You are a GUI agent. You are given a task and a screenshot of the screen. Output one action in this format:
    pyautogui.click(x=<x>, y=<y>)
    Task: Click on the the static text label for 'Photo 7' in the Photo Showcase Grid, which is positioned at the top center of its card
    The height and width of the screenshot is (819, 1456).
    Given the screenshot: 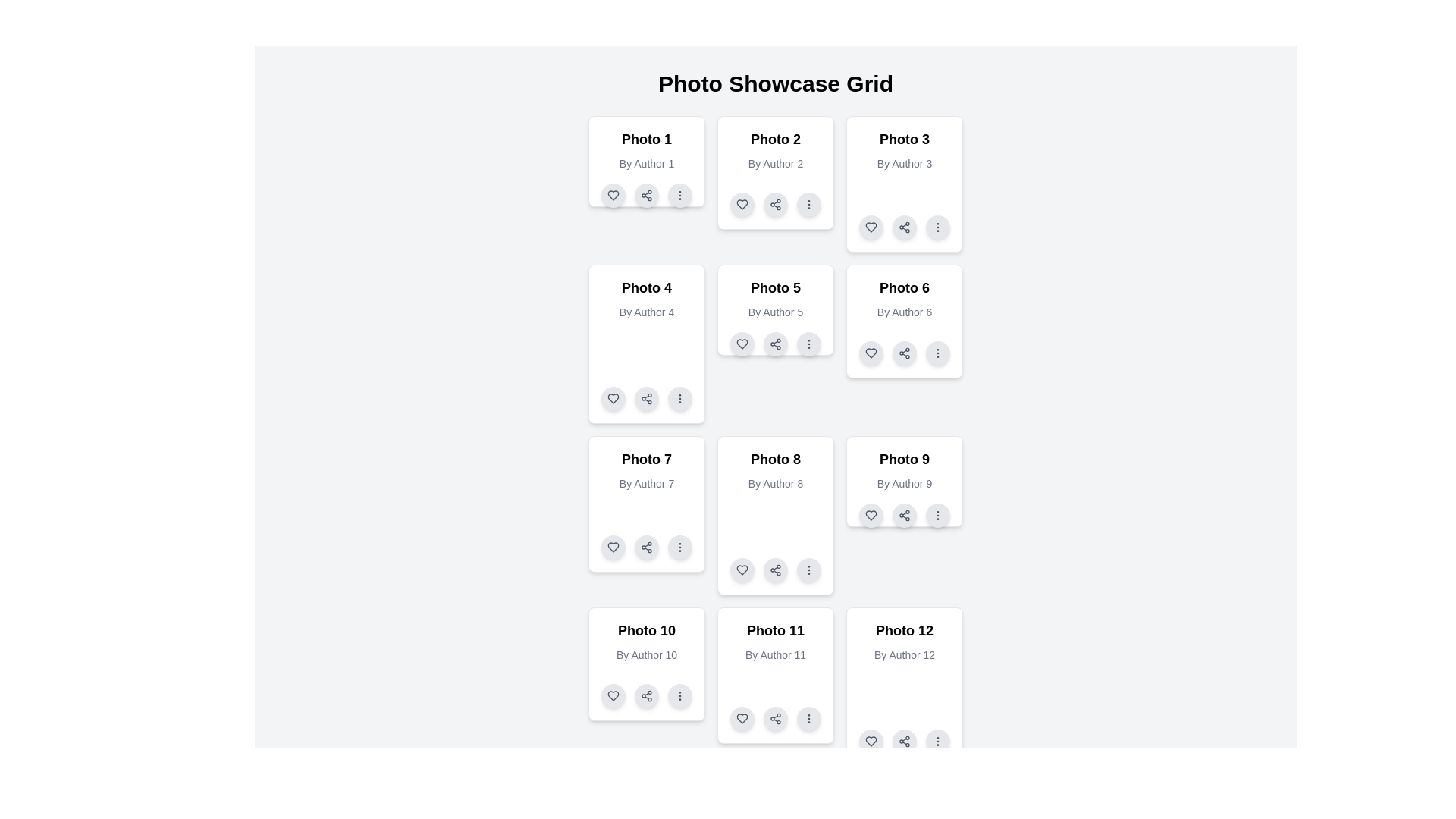 What is the action you would take?
    pyautogui.click(x=647, y=458)
    